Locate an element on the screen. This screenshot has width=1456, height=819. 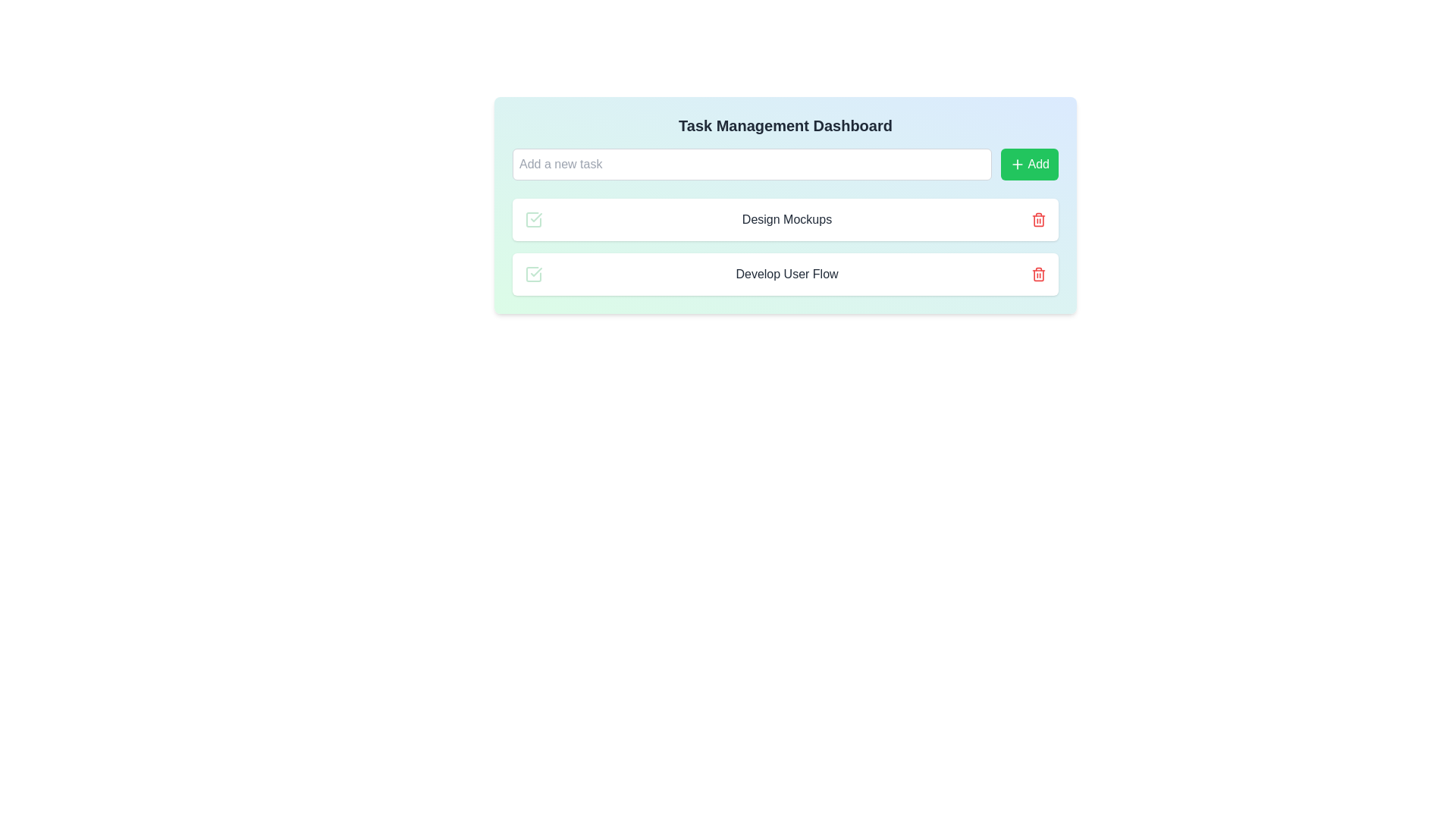
the green check mark button associated with the confirmation action, located to the left of the text 'Design Mockups' is located at coordinates (534, 219).